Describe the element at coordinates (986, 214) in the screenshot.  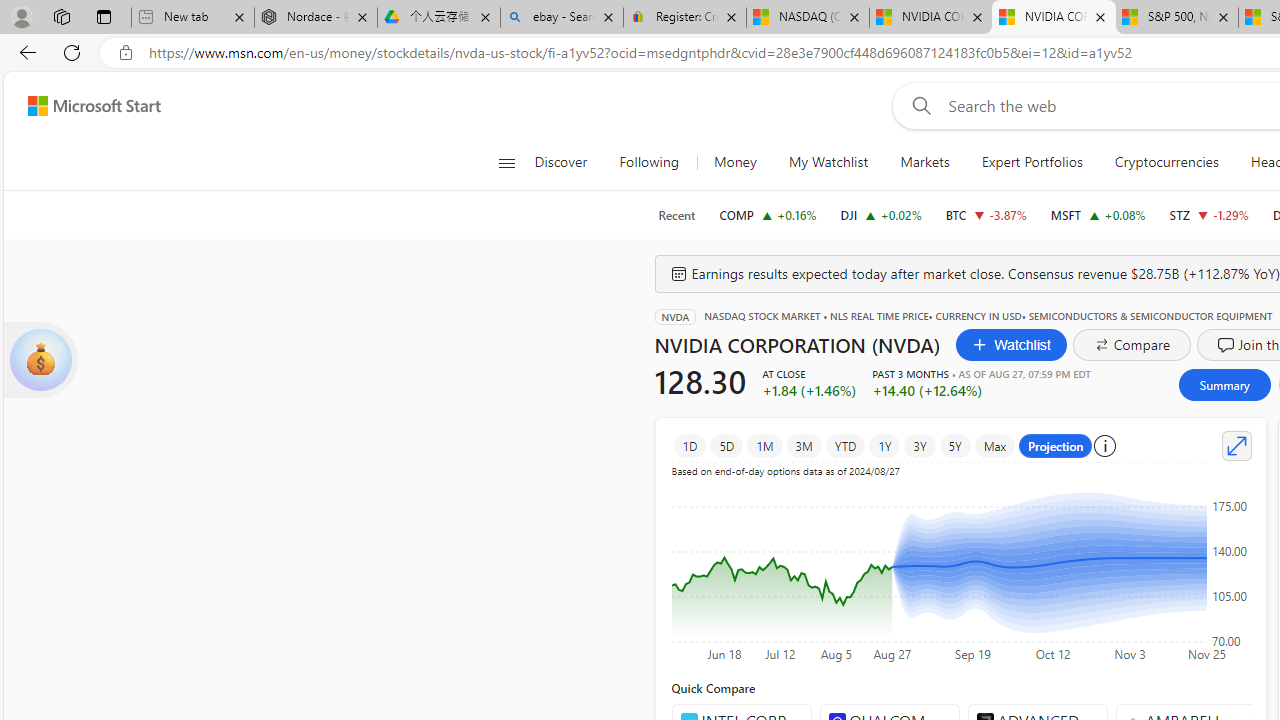
I see `'BTC Bitcoin decrease 60,043.79 -2,323.69 -3.87%'` at that location.